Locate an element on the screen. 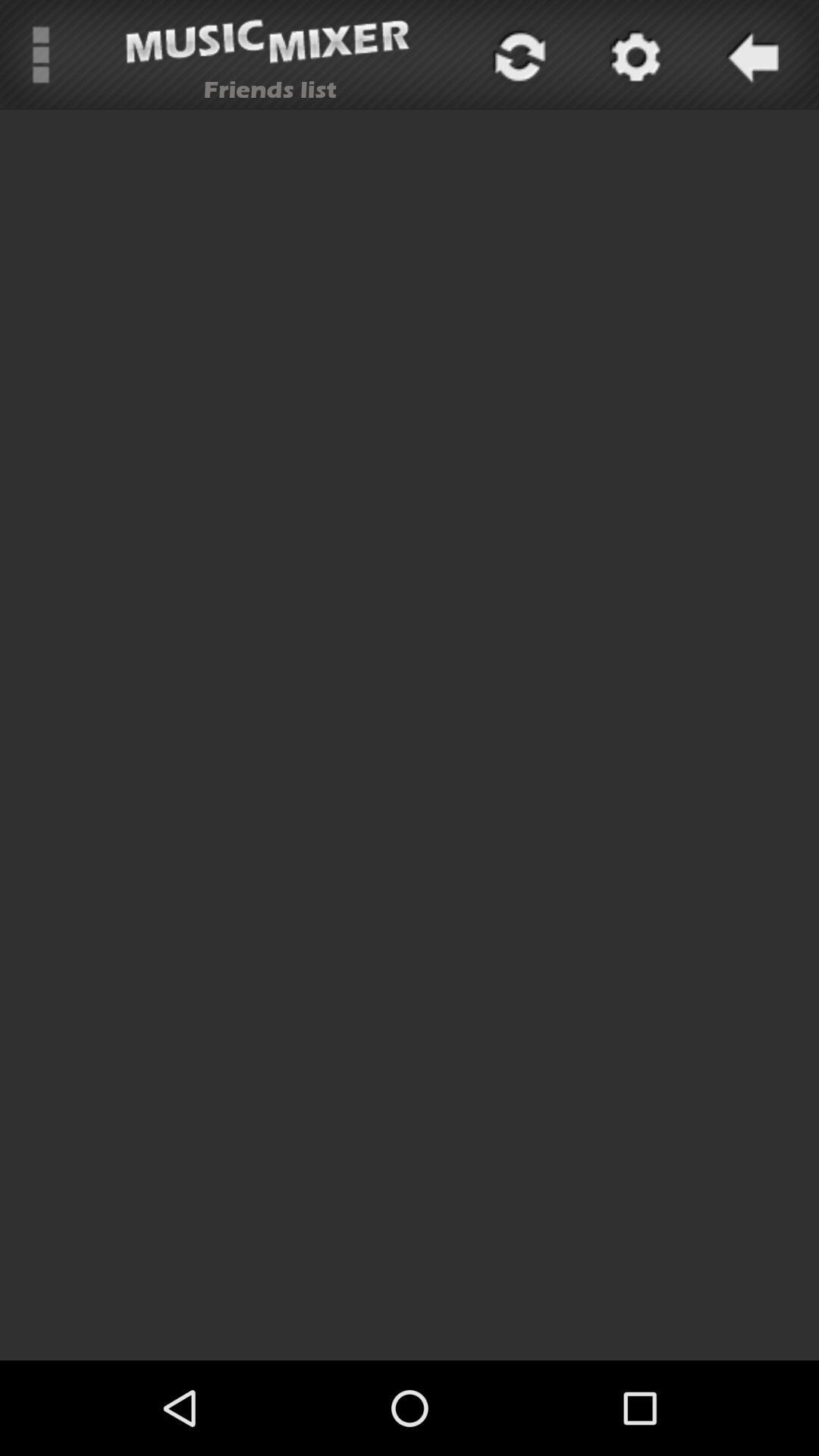 Image resolution: width=819 pixels, height=1456 pixels. go back is located at coordinates (749, 55).